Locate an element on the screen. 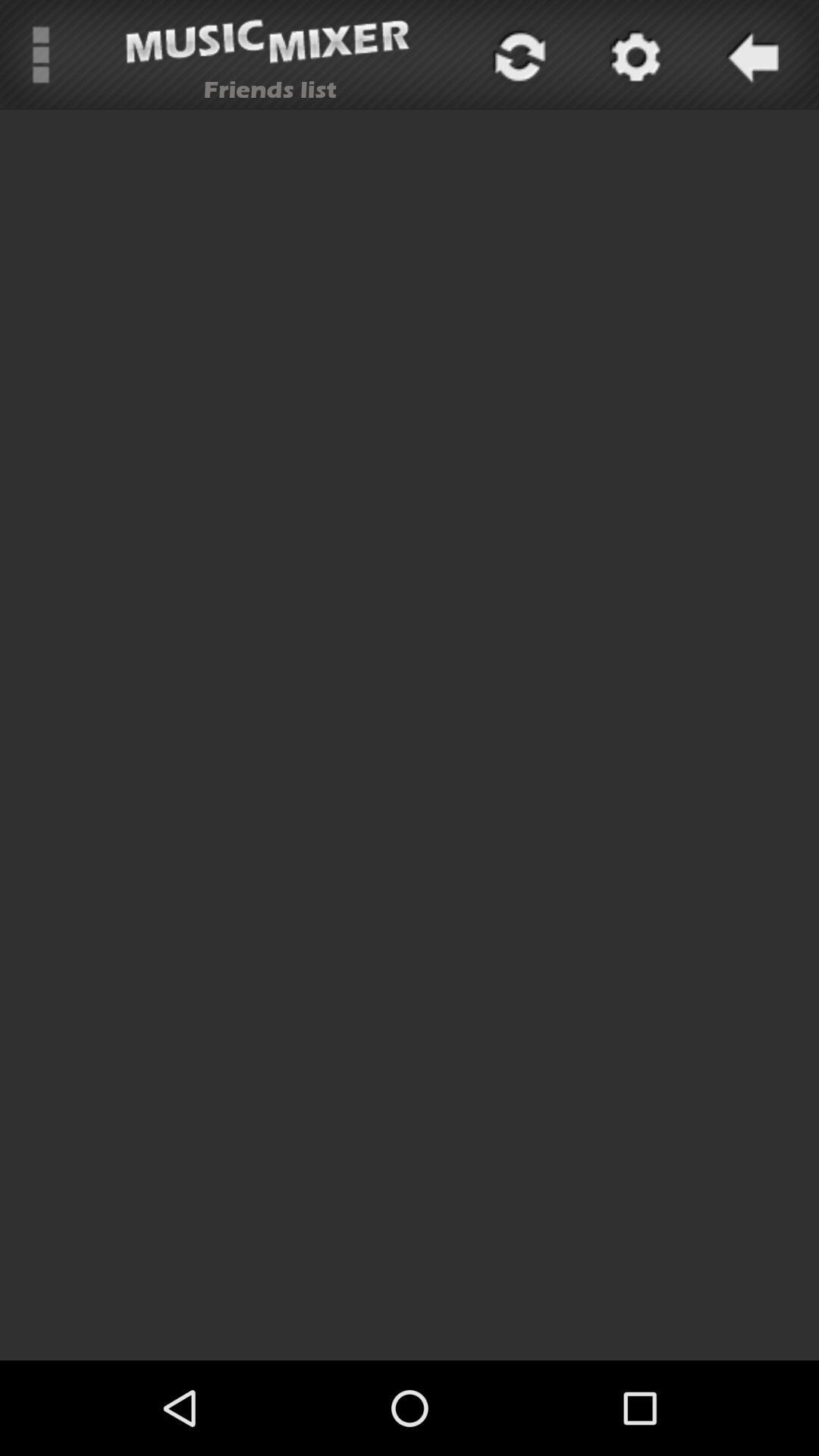 Image resolution: width=819 pixels, height=1456 pixels. go back is located at coordinates (749, 55).